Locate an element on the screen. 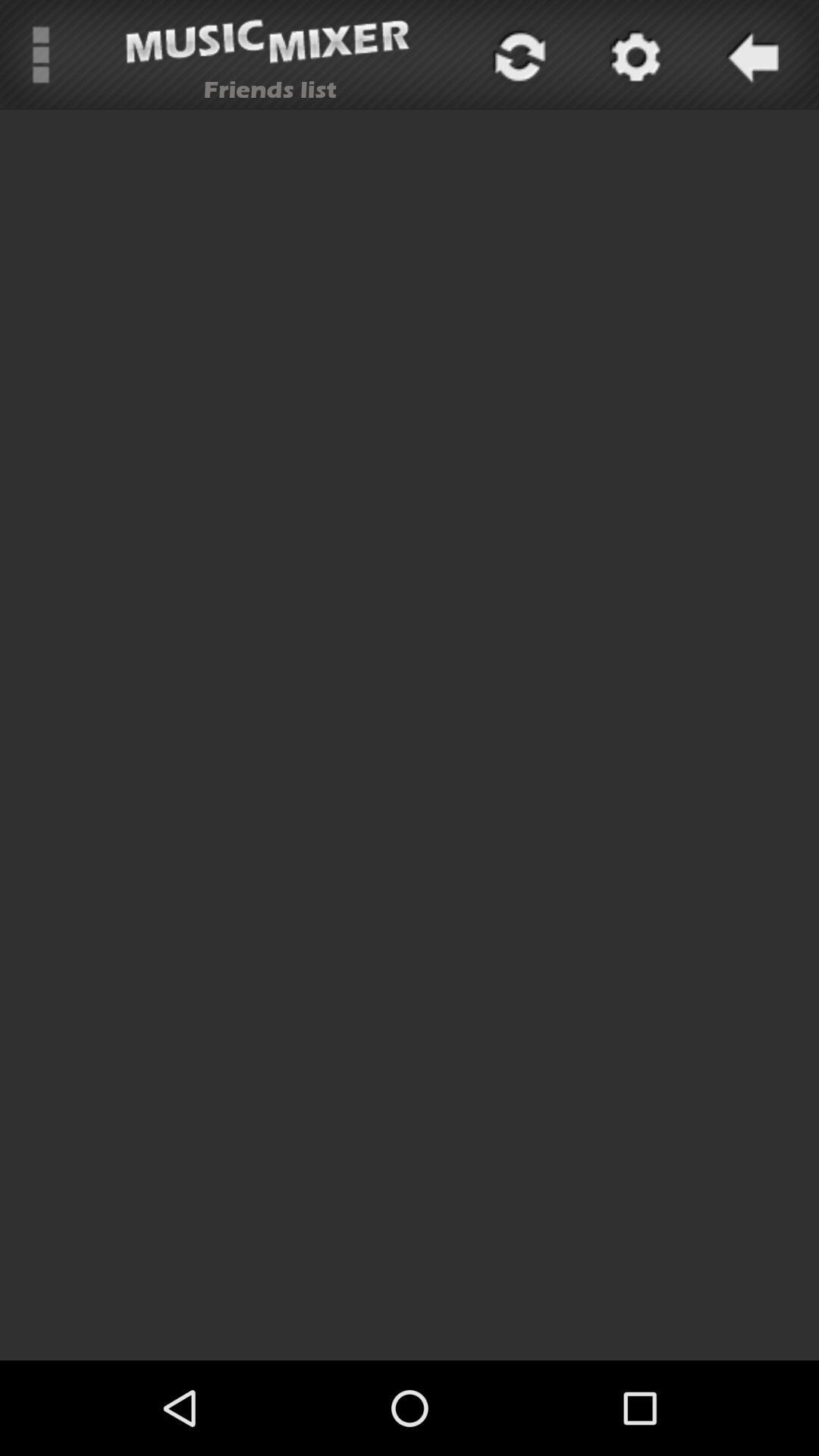 Image resolution: width=819 pixels, height=1456 pixels. go back is located at coordinates (749, 55).